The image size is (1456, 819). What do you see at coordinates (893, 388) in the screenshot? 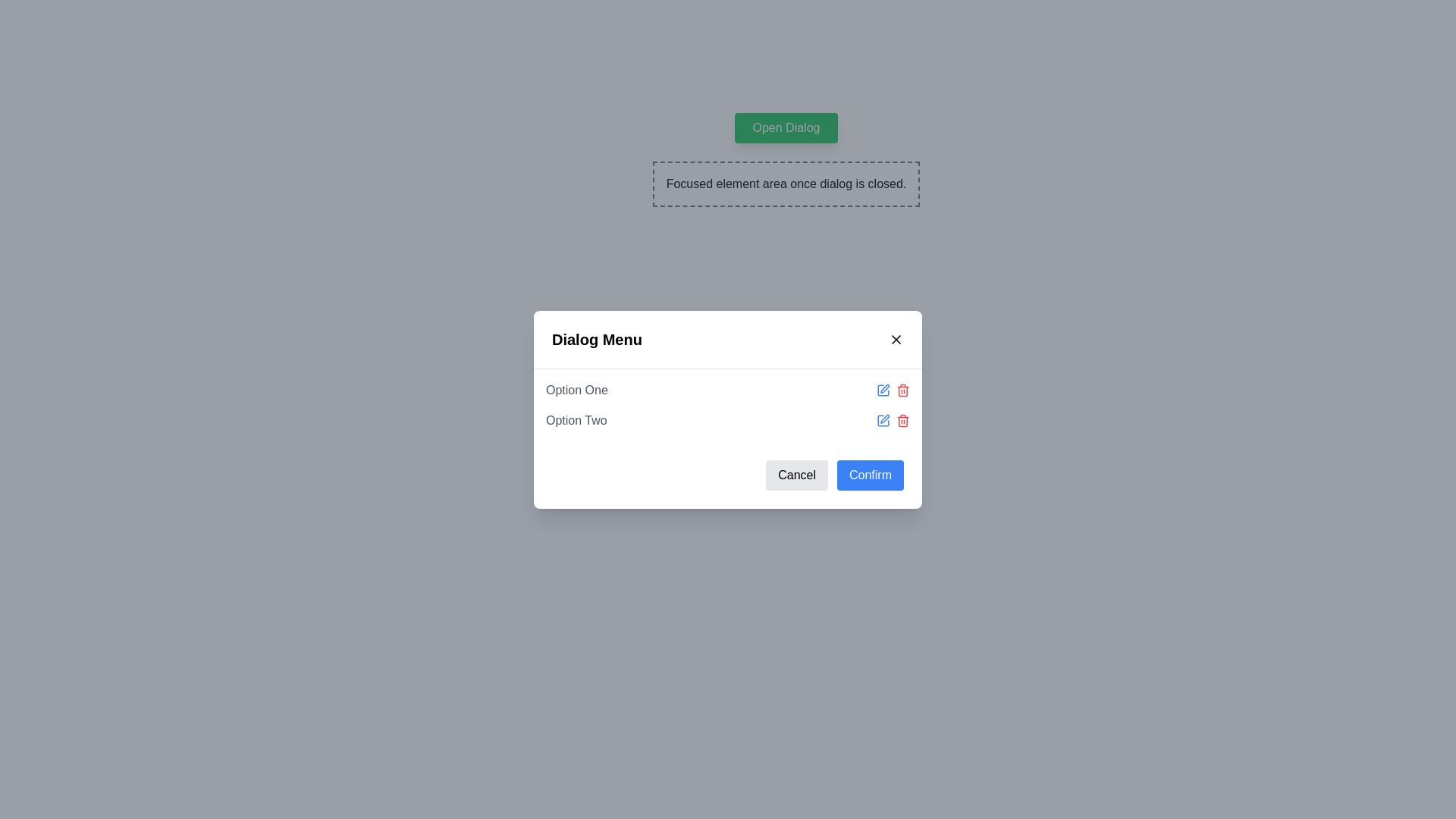
I see `the red delete icon located to the right of the option text 'Option One' in the options list of the dialog menu` at bounding box center [893, 388].